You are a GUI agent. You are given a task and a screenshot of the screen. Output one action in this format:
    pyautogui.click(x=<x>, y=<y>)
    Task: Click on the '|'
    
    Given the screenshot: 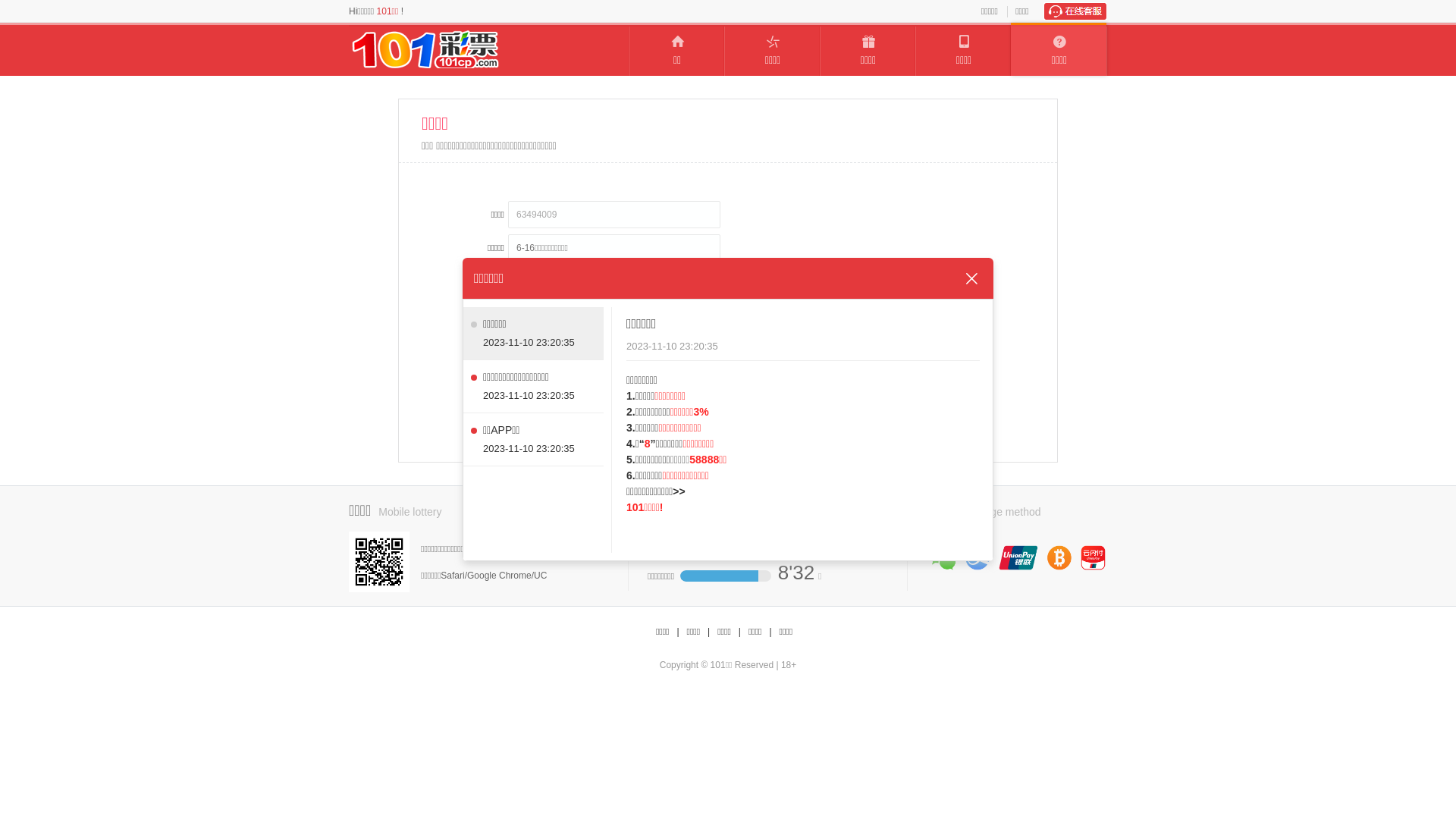 What is the action you would take?
    pyautogui.click(x=708, y=632)
    